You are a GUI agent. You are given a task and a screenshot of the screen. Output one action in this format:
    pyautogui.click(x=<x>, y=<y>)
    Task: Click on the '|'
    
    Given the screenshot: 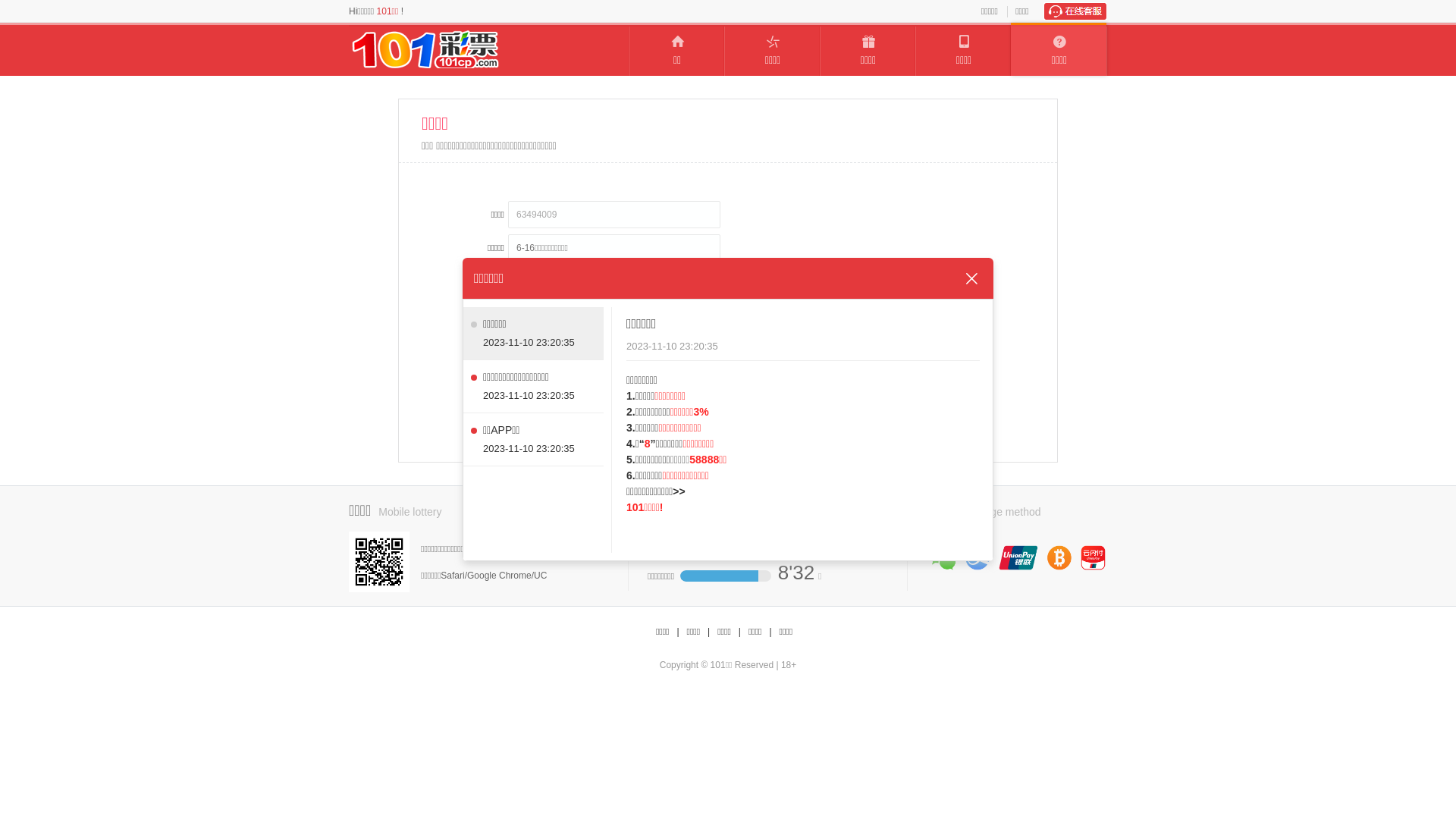 What is the action you would take?
    pyautogui.click(x=708, y=632)
    